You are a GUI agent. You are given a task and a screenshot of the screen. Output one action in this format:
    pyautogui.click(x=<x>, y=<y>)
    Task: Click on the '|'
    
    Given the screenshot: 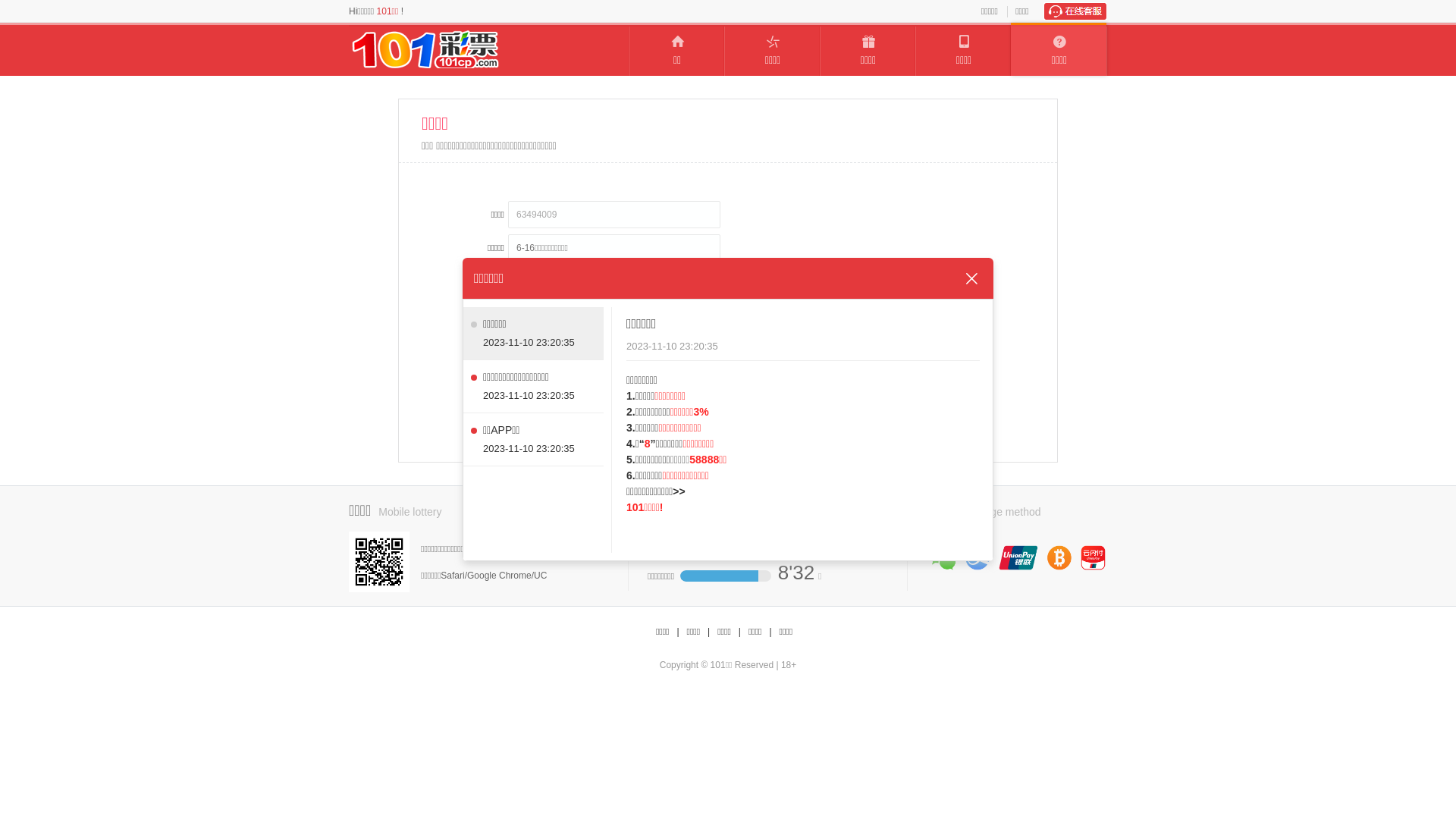 What is the action you would take?
    pyautogui.click(x=708, y=632)
    